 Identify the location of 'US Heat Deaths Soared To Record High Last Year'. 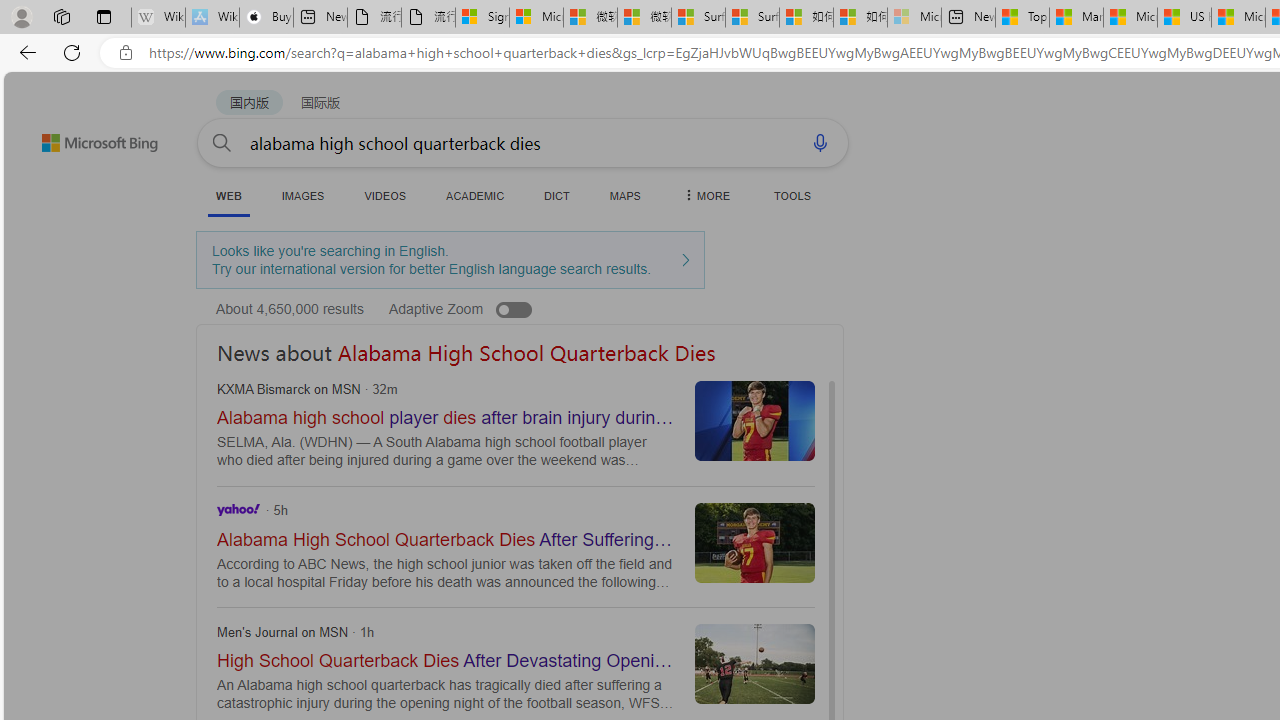
(1184, 17).